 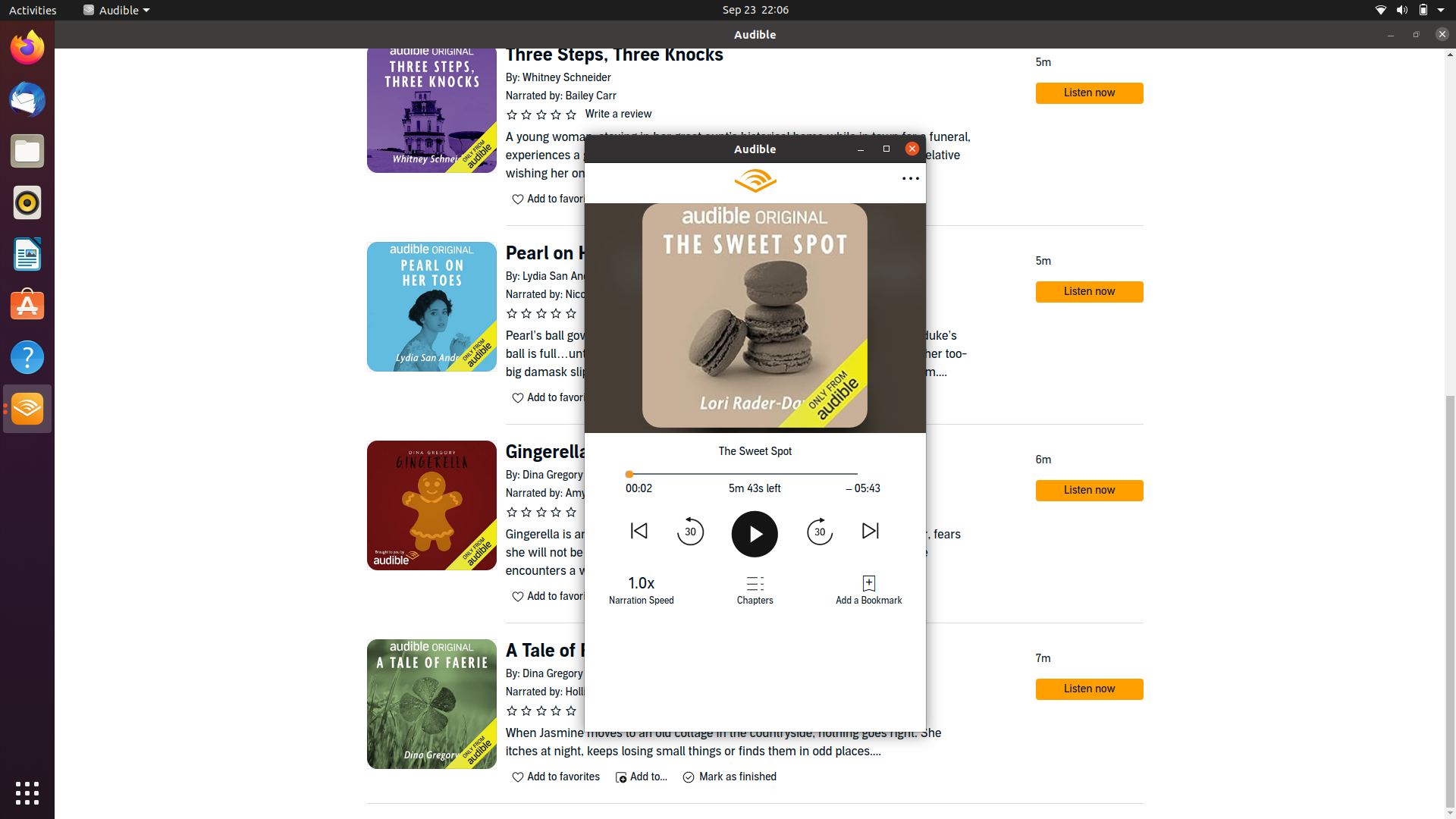 I want to click on Change narration speed to next available speed, so click(x=642, y=587).